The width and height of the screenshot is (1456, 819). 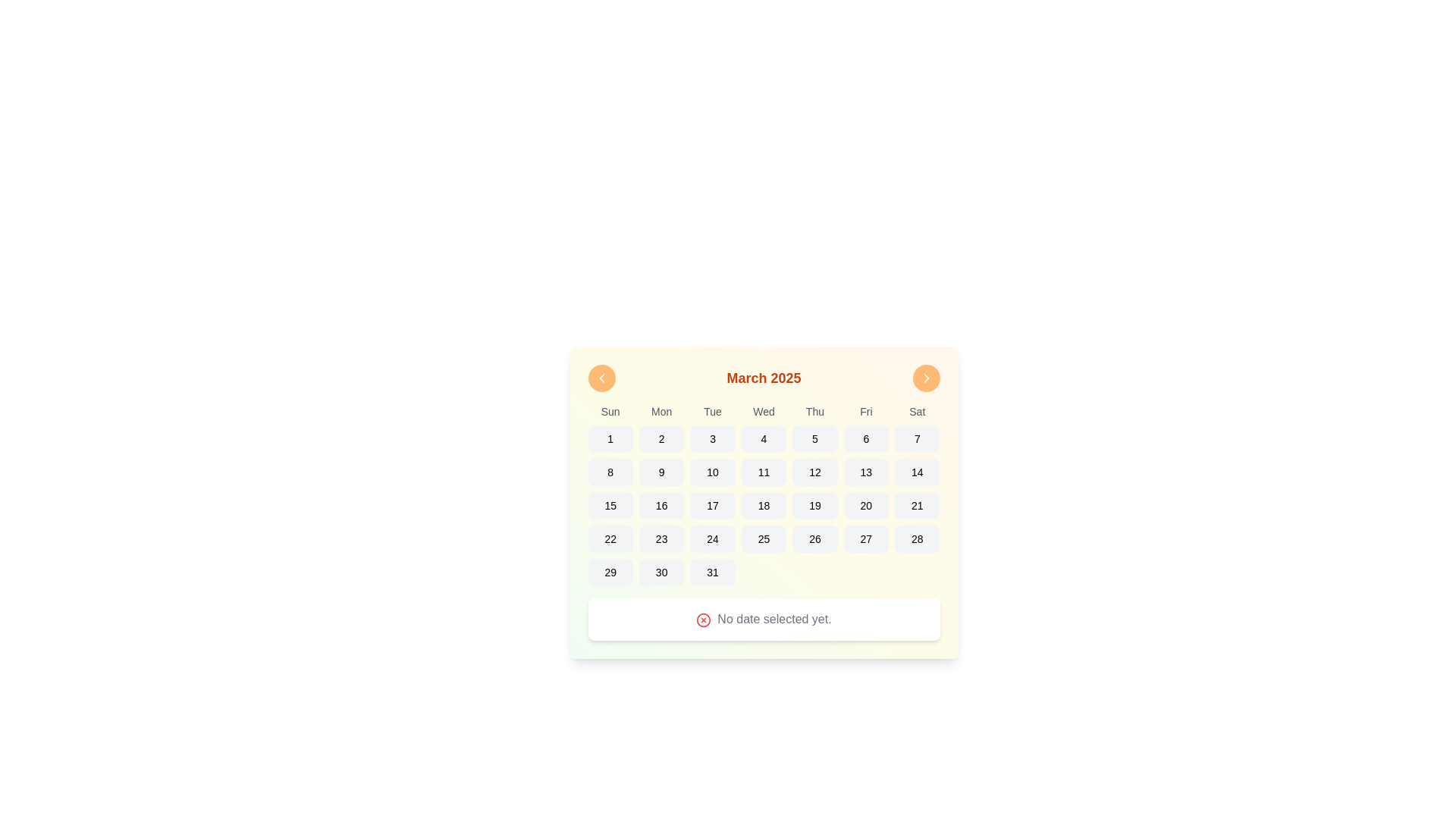 I want to click on the button located at the far right of the header section of the calendar interface, adjacent to the text 'March 2025', so click(x=925, y=377).